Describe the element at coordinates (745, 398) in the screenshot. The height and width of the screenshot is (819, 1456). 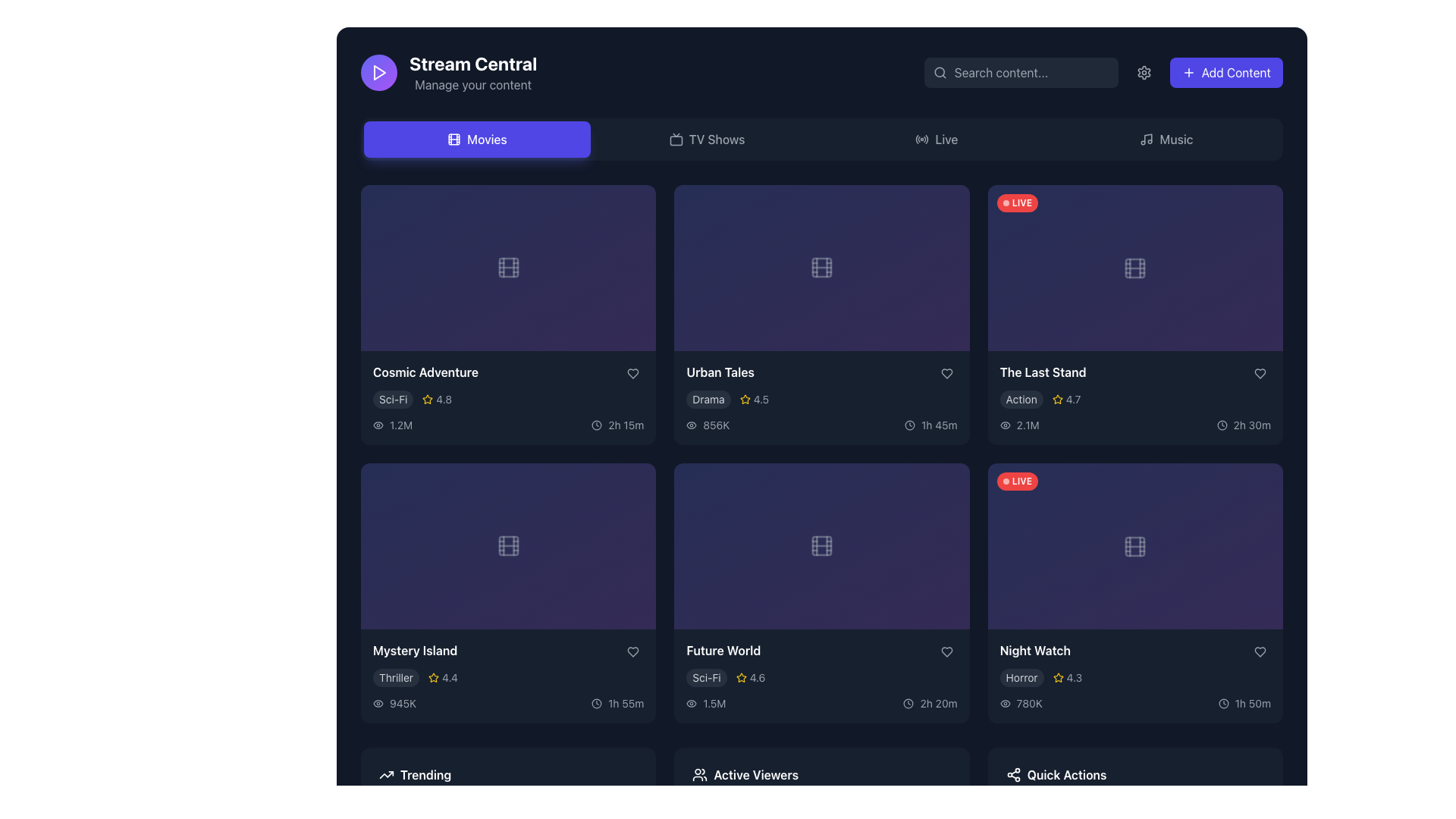
I see `the star vector icon in the rating display system for the 'Urban Tales' card, located next to the numerical rating '4.5'` at that location.